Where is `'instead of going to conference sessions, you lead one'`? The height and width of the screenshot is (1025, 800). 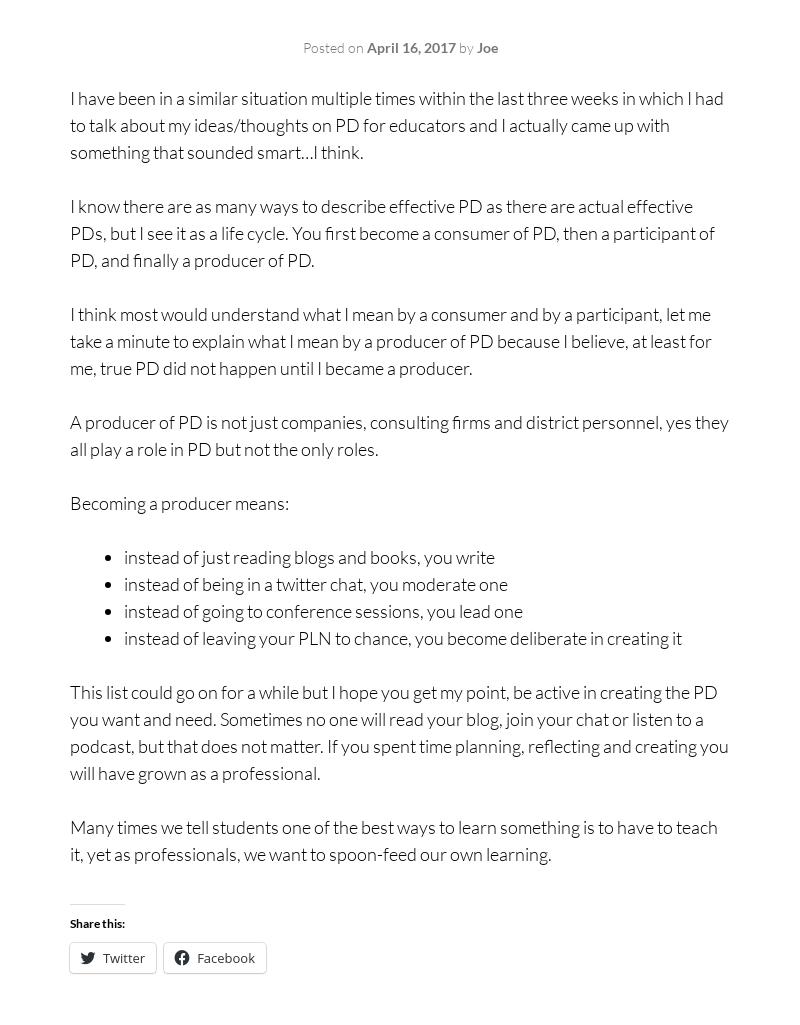 'instead of going to conference sessions, you lead one' is located at coordinates (322, 610).